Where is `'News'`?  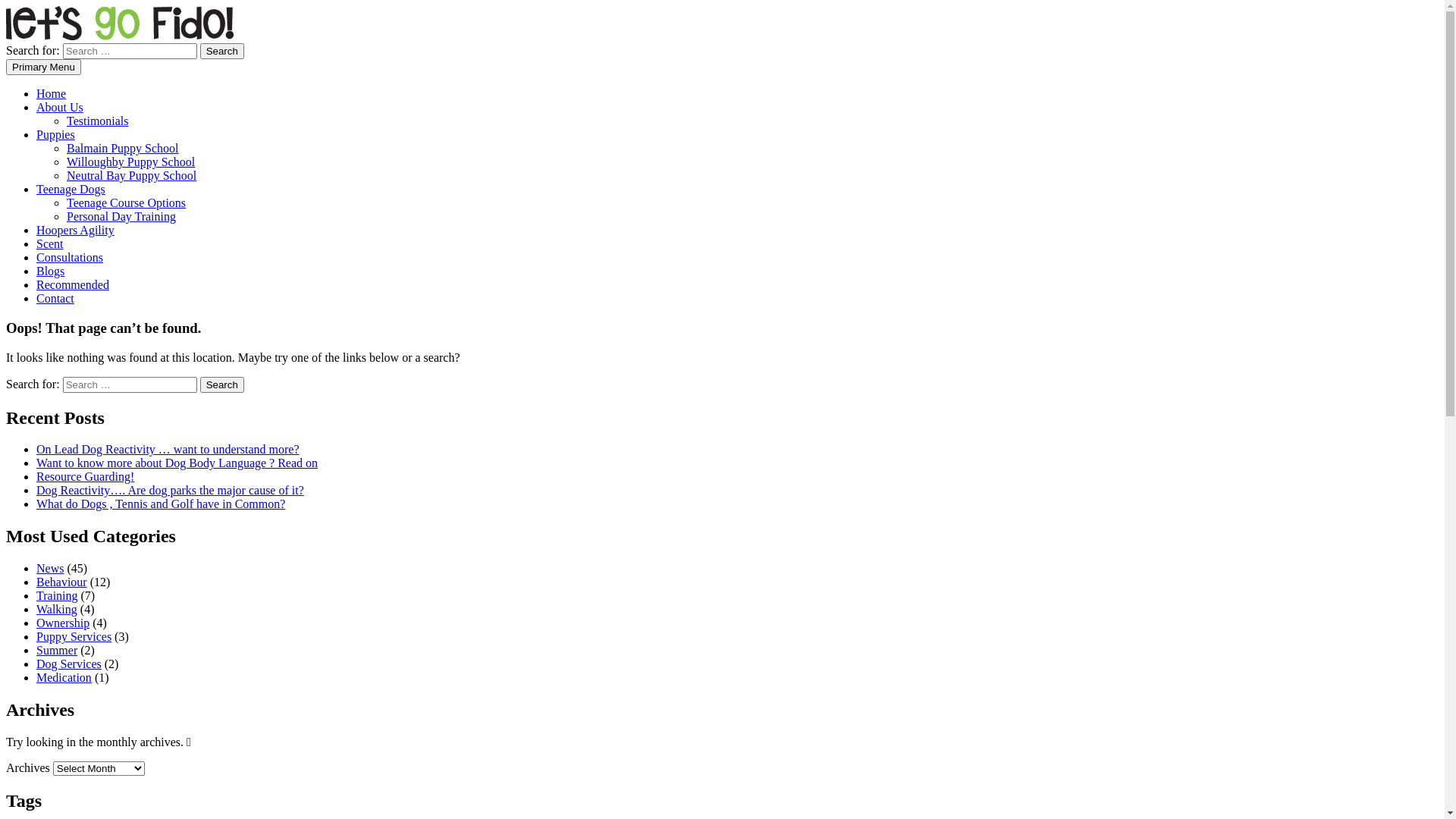
'News' is located at coordinates (36, 568).